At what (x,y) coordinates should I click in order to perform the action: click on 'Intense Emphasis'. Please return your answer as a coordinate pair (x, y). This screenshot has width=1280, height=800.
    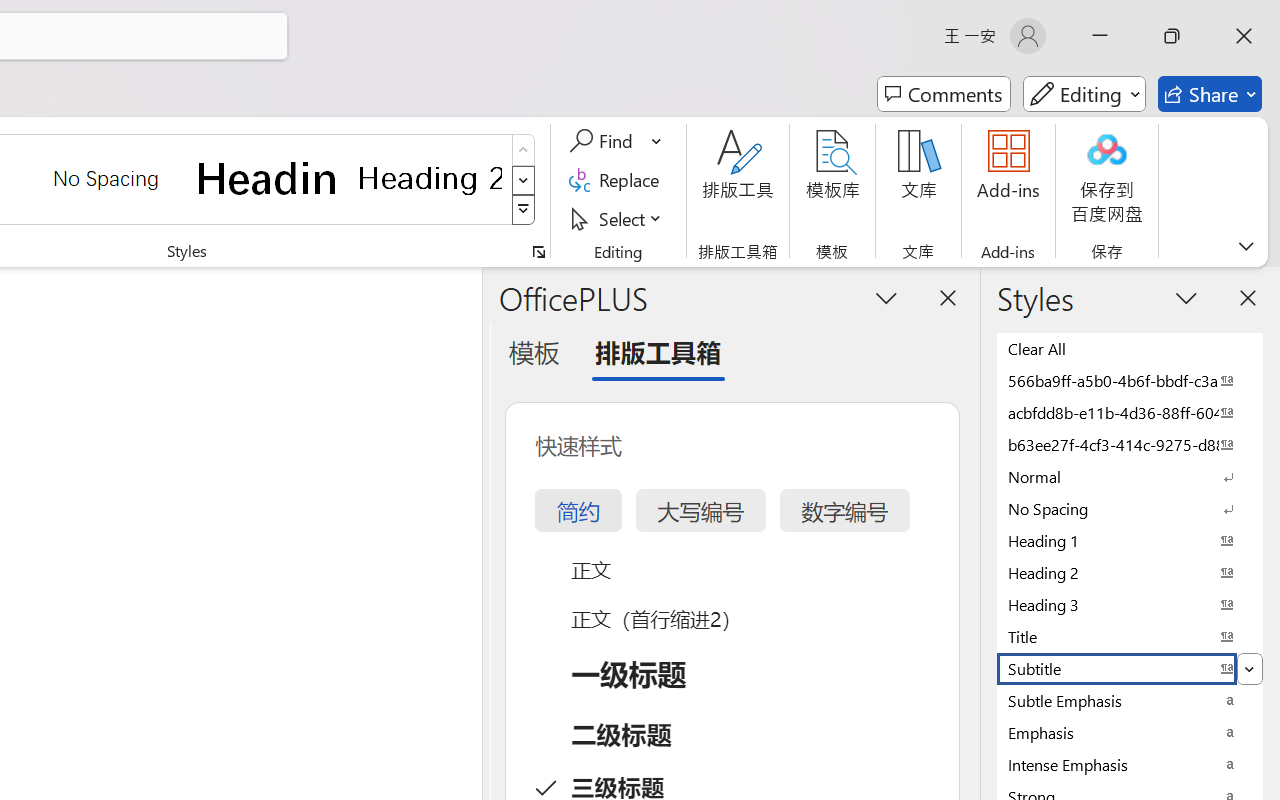
    Looking at the image, I should click on (1130, 764).